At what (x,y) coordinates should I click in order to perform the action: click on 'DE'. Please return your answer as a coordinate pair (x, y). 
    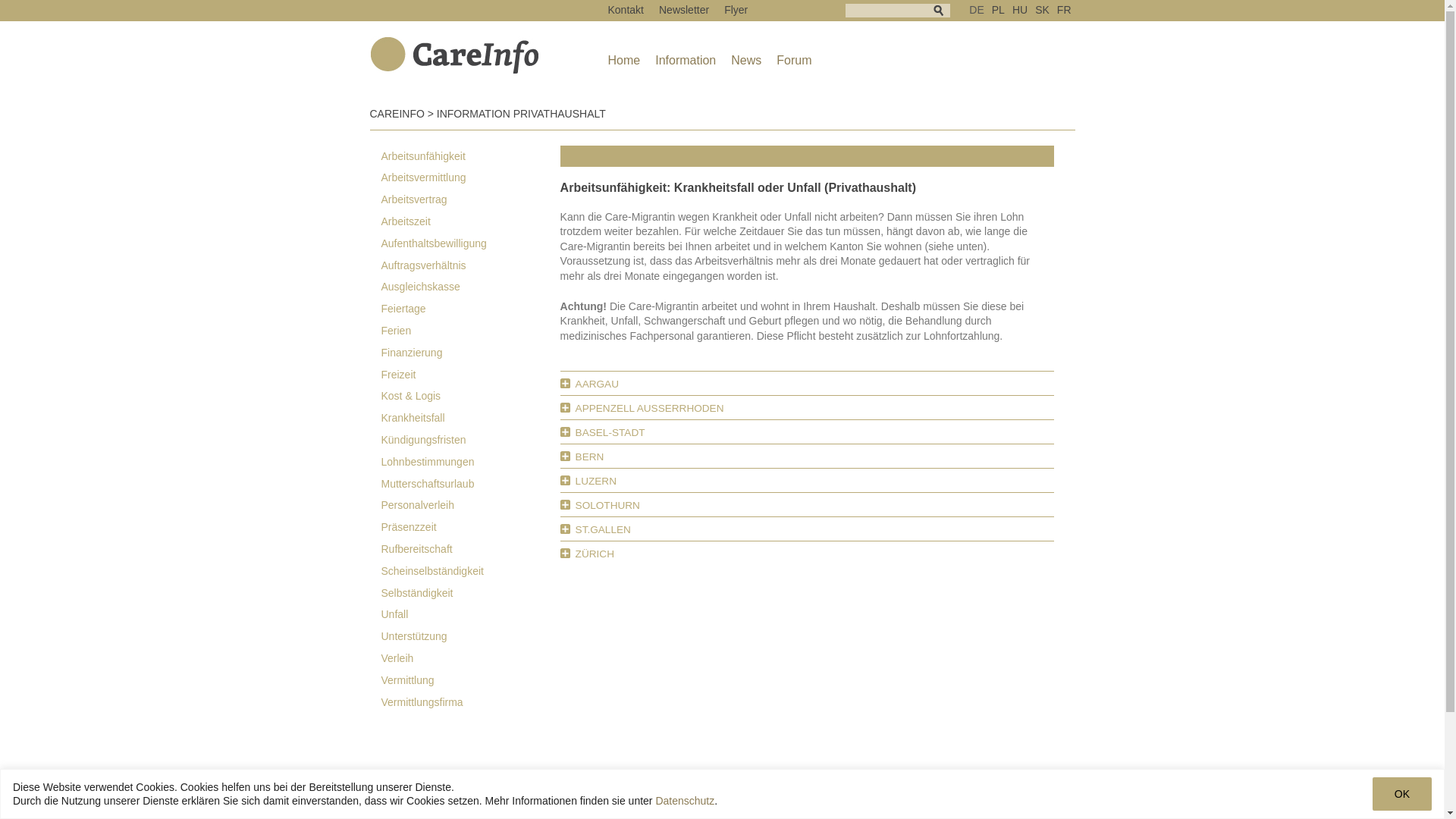
    Looking at the image, I should click on (976, 9).